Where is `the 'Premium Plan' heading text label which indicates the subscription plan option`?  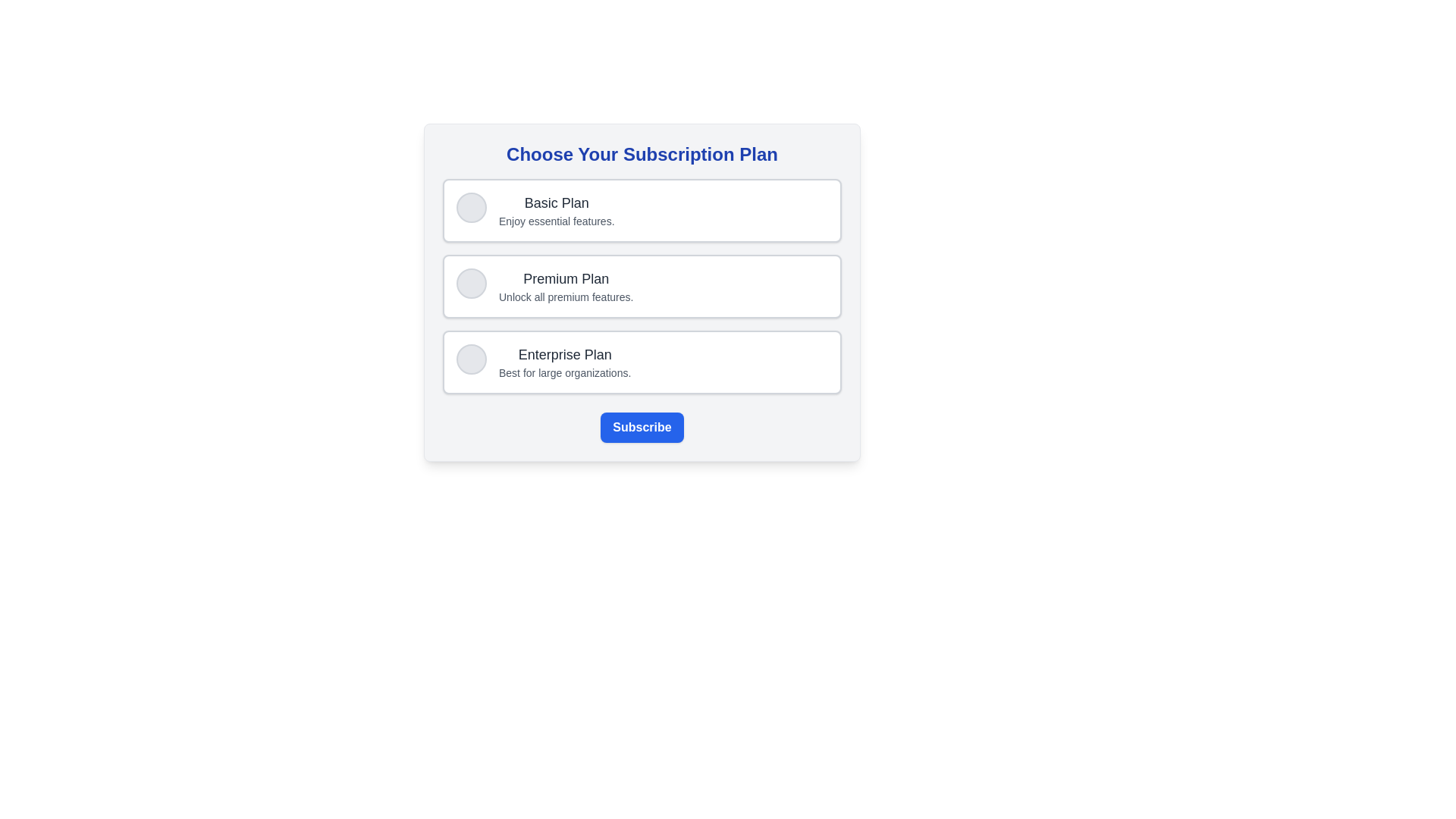
the 'Premium Plan' heading text label which indicates the subscription plan option is located at coordinates (565, 278).